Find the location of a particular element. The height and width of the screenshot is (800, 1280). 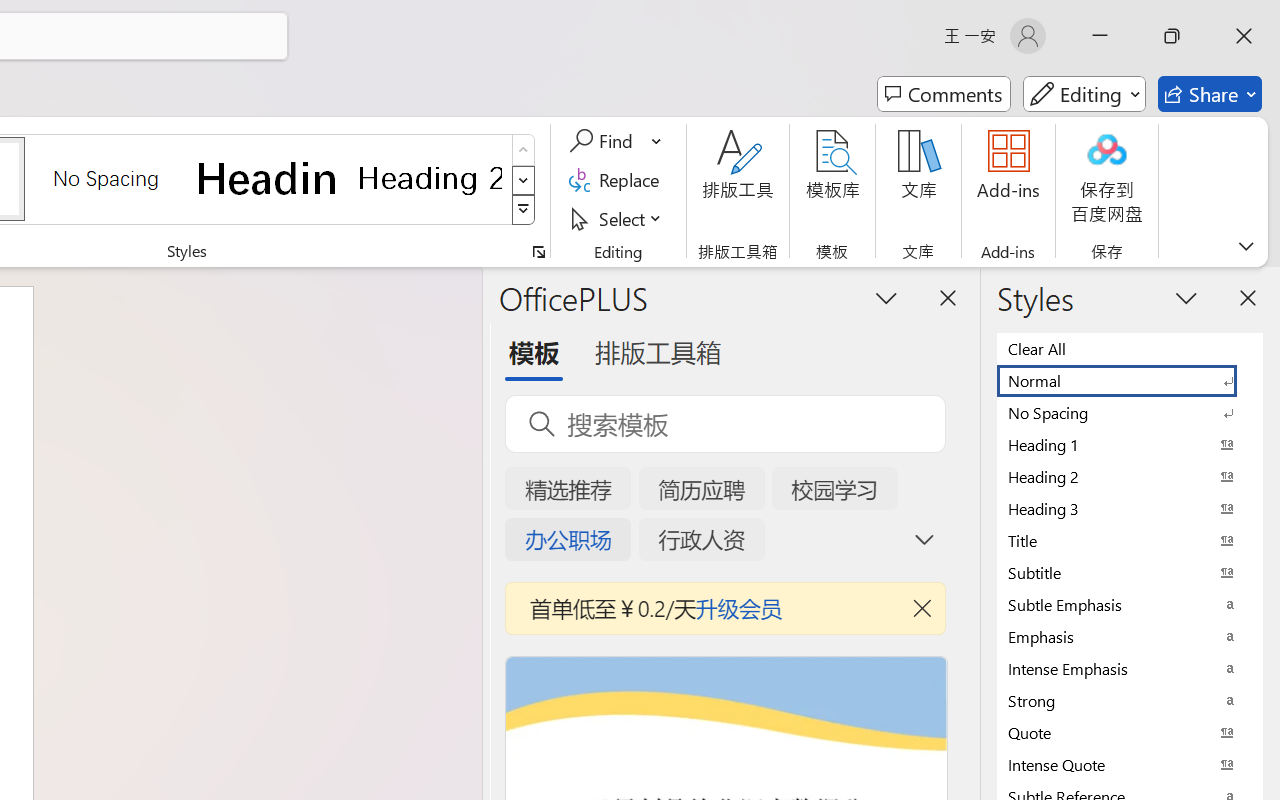

'Task Pane Options' is located at coordinates (886, 297).